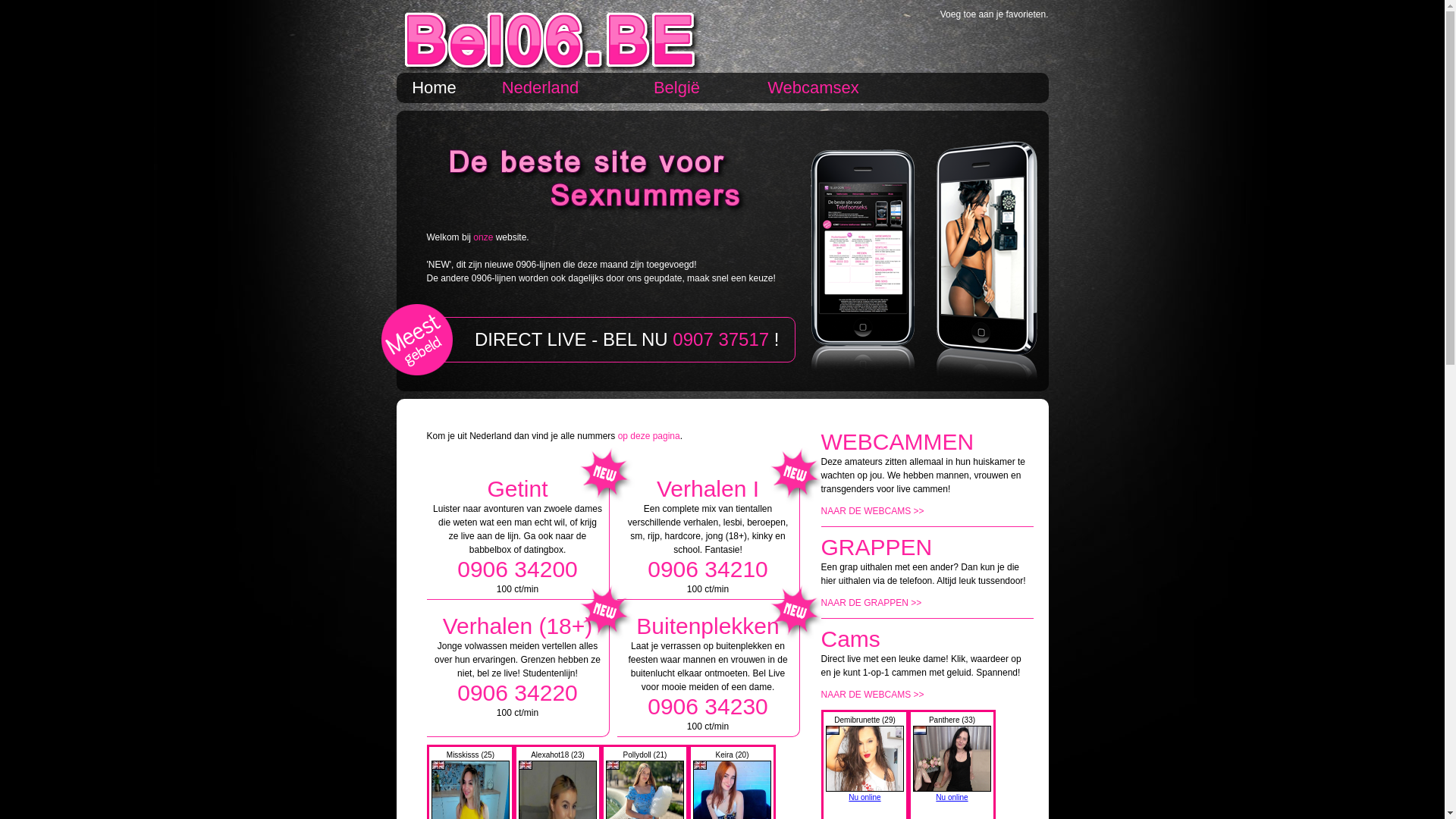 This screenshot has width=1456, height=819. I want to click on 'Nederland', so click(539, 87).